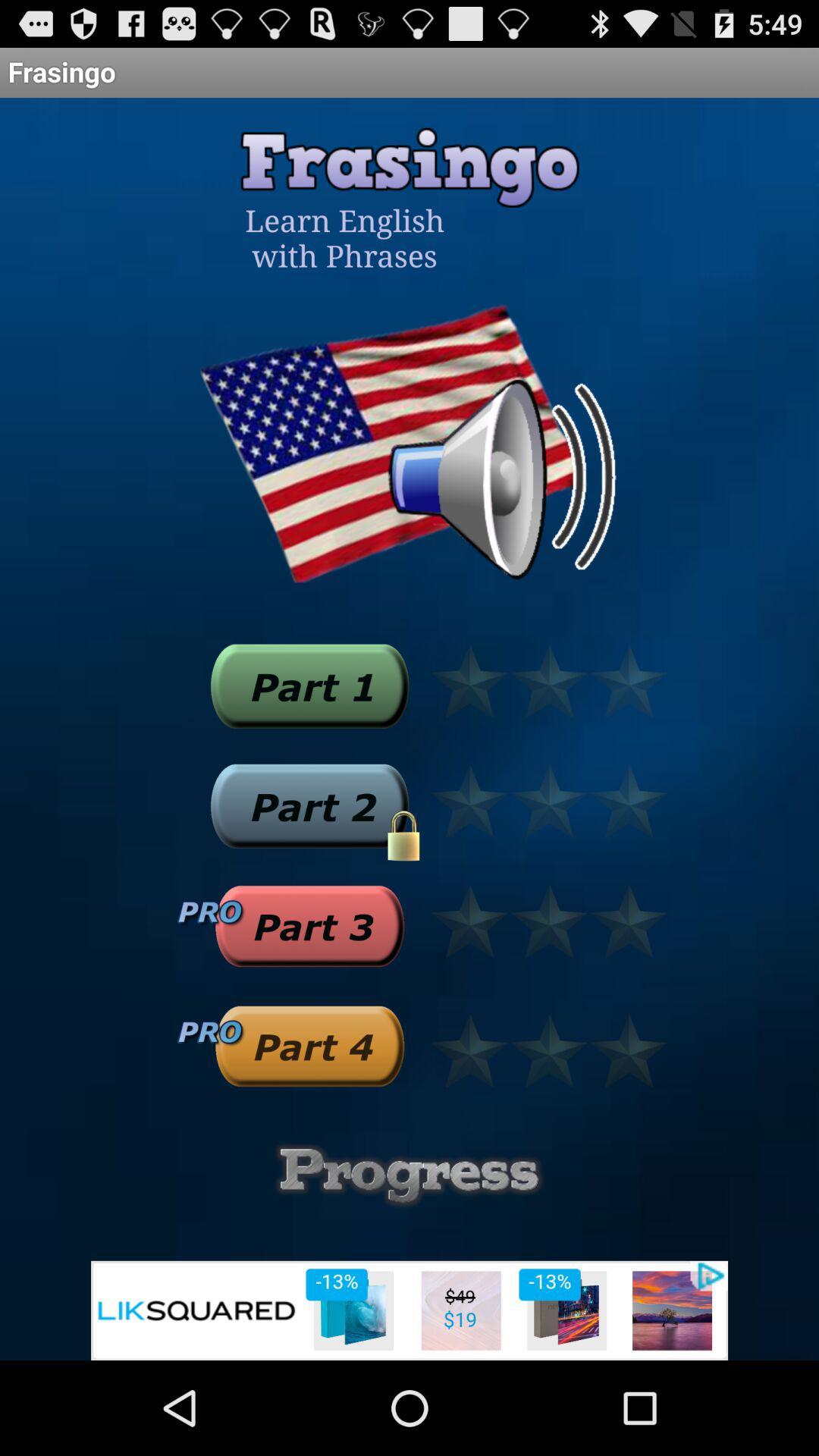 This screenshot has width=819, height=1456. I want to click on choose part 3, so click(309, 925).